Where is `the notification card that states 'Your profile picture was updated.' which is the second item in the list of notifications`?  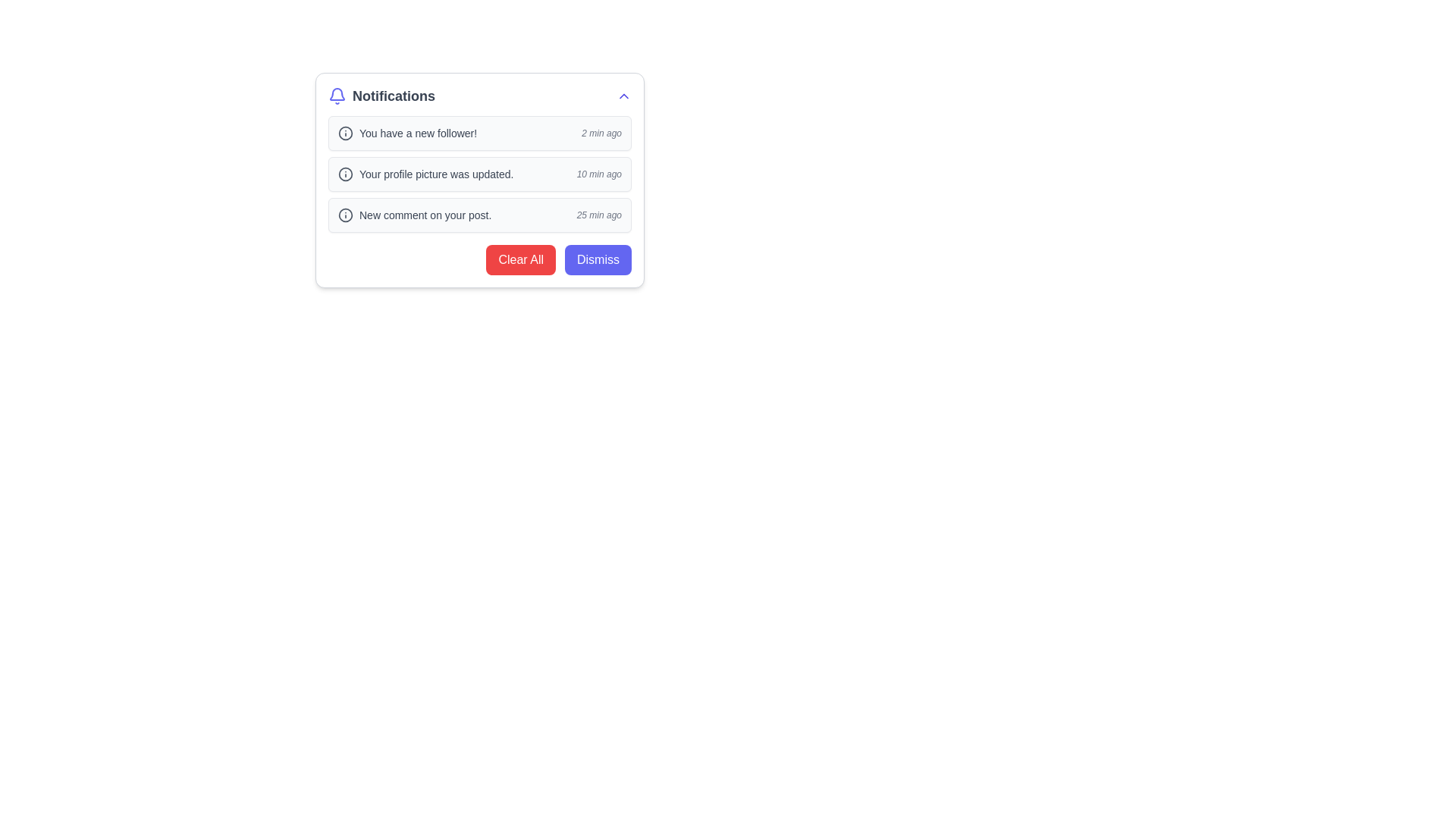 the notification card that states 'Your profile picture was updated.' which is the second item in the list of notifications is located at coordinates (479, 174).